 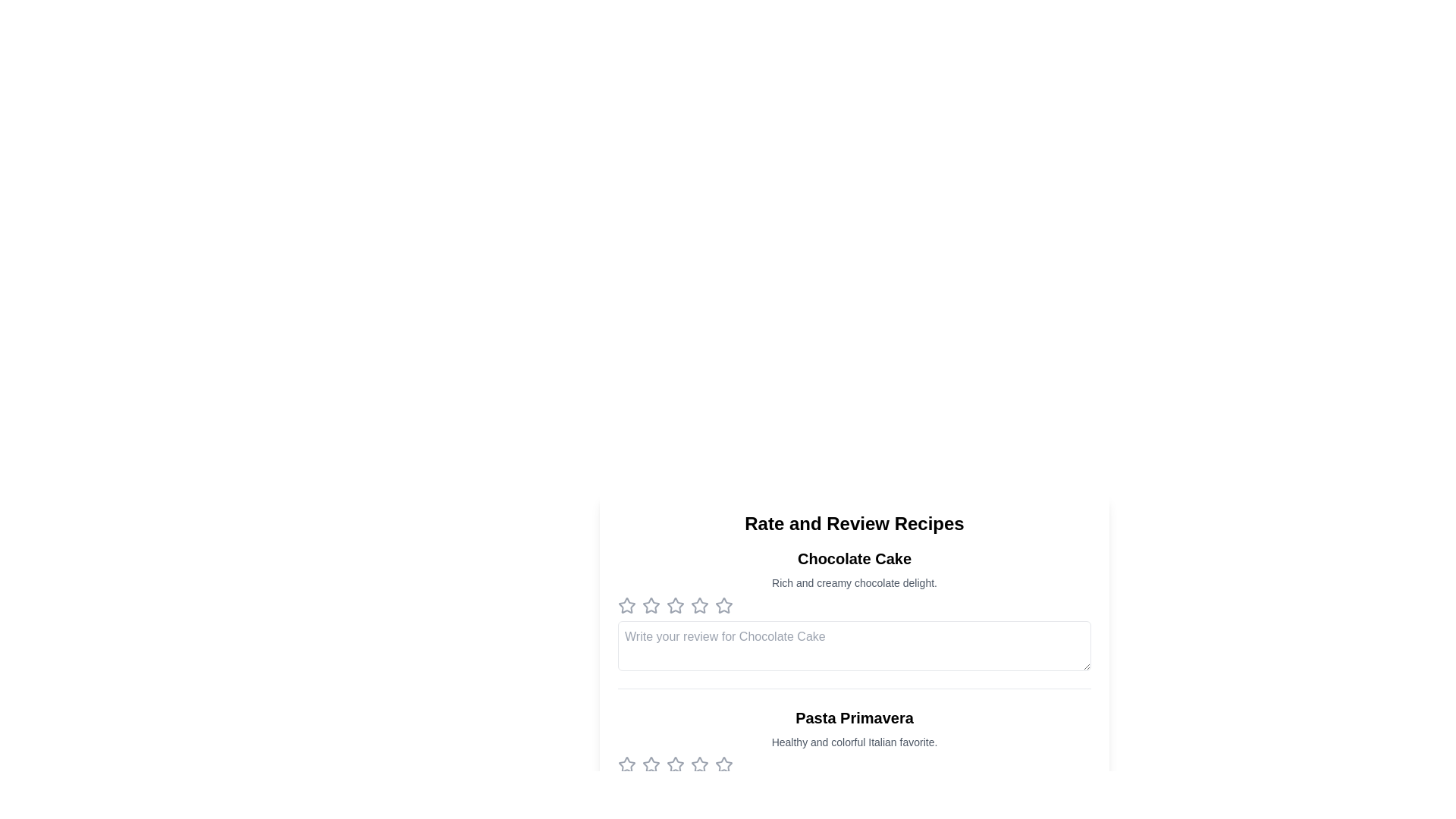 I want to click on the first star icon used for rating under the 'Pasta Primavera' section in the 'Rate and Review Recipes' interface, so click(x=651, y=764).